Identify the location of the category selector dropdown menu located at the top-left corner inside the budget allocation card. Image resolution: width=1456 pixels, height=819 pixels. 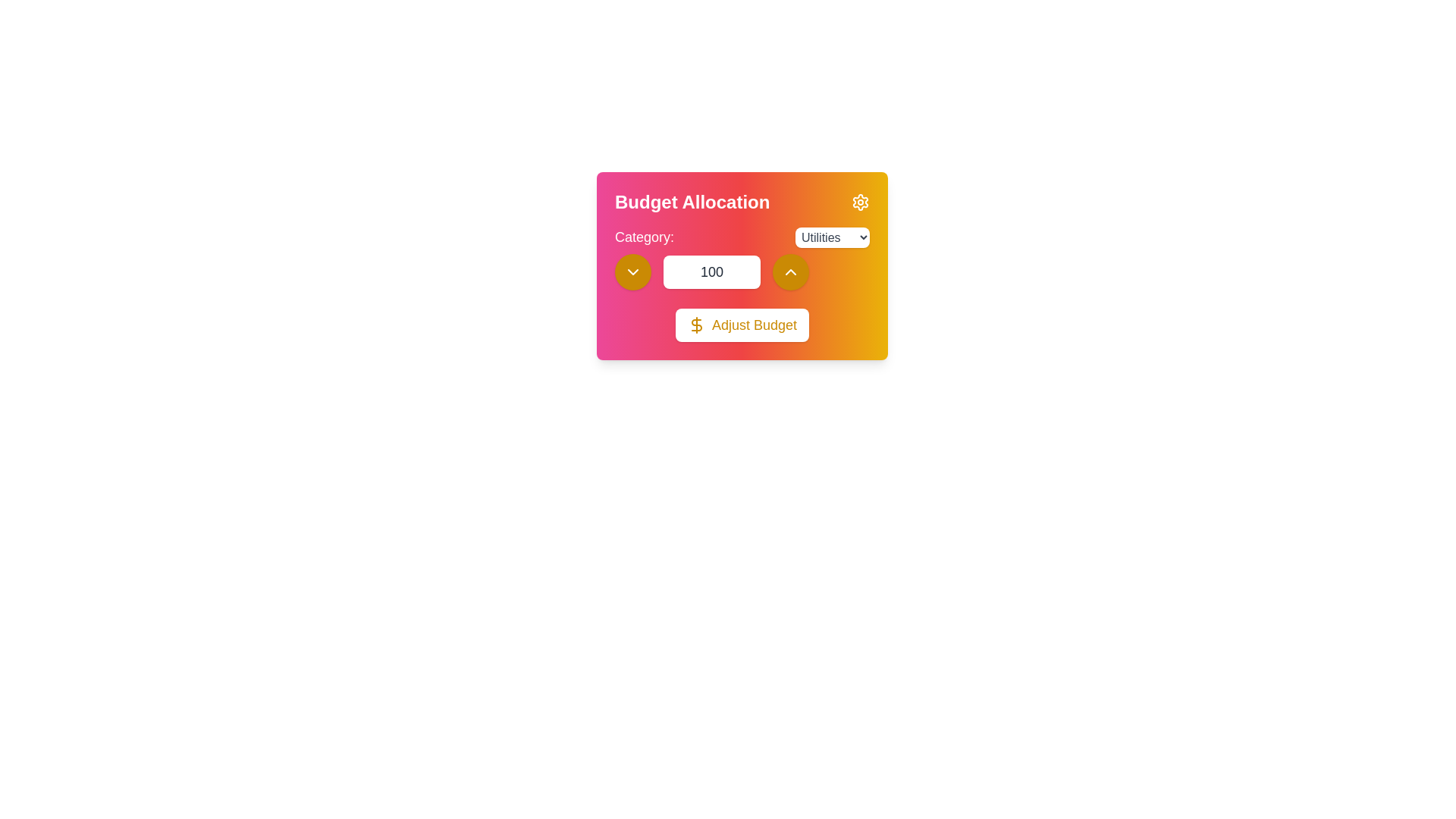
(742, 237).